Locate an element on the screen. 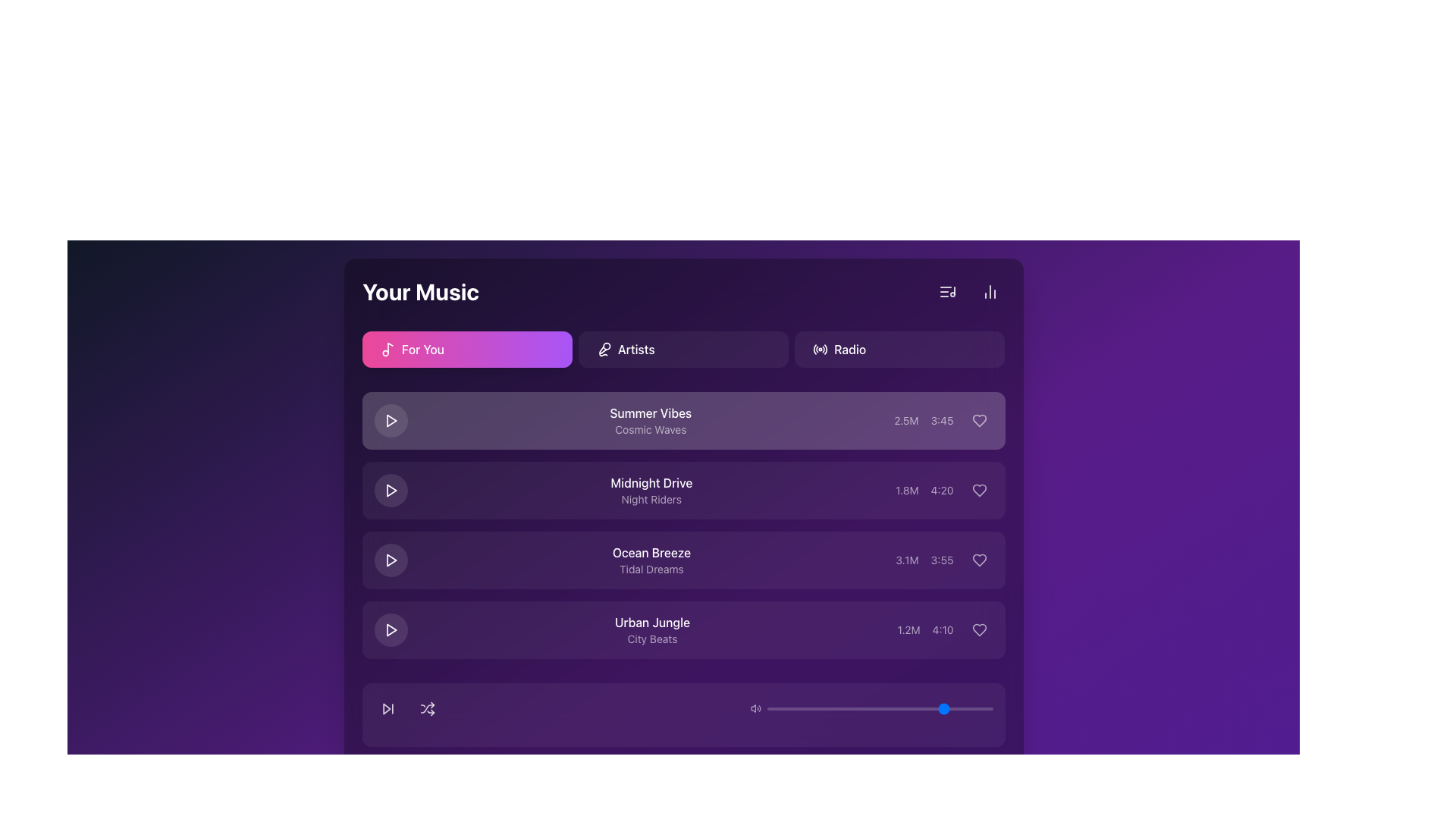 The width and height of the screenshot is (1456, 819). the right-facing triangular skip-forward icon located within a circular button in the lower section of the interface to receive a visual or auditory cue is located at coordinates (388, 708).